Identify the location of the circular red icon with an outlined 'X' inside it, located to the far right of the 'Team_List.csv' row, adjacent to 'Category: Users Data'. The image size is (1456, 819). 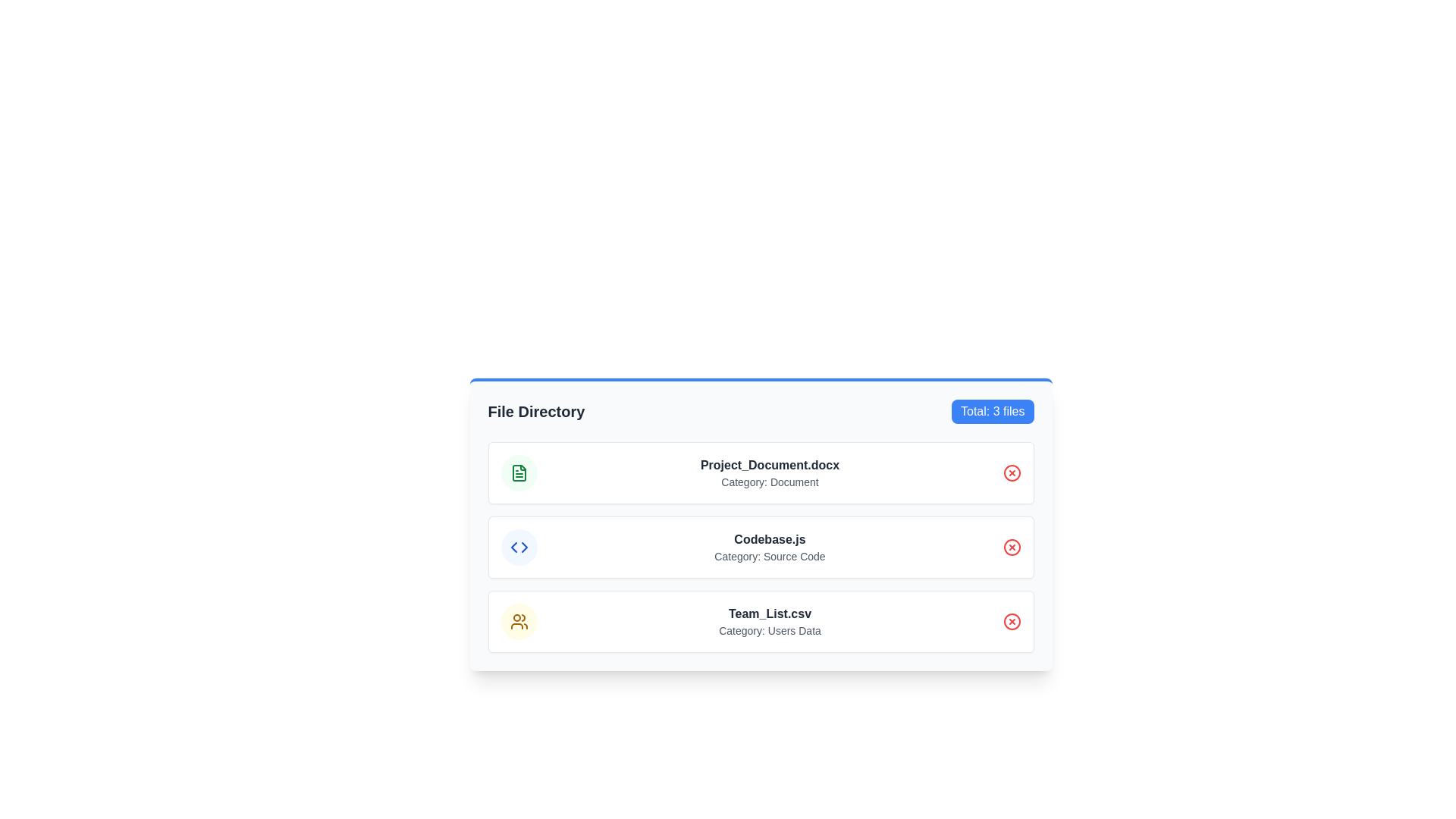
(1012, 622).